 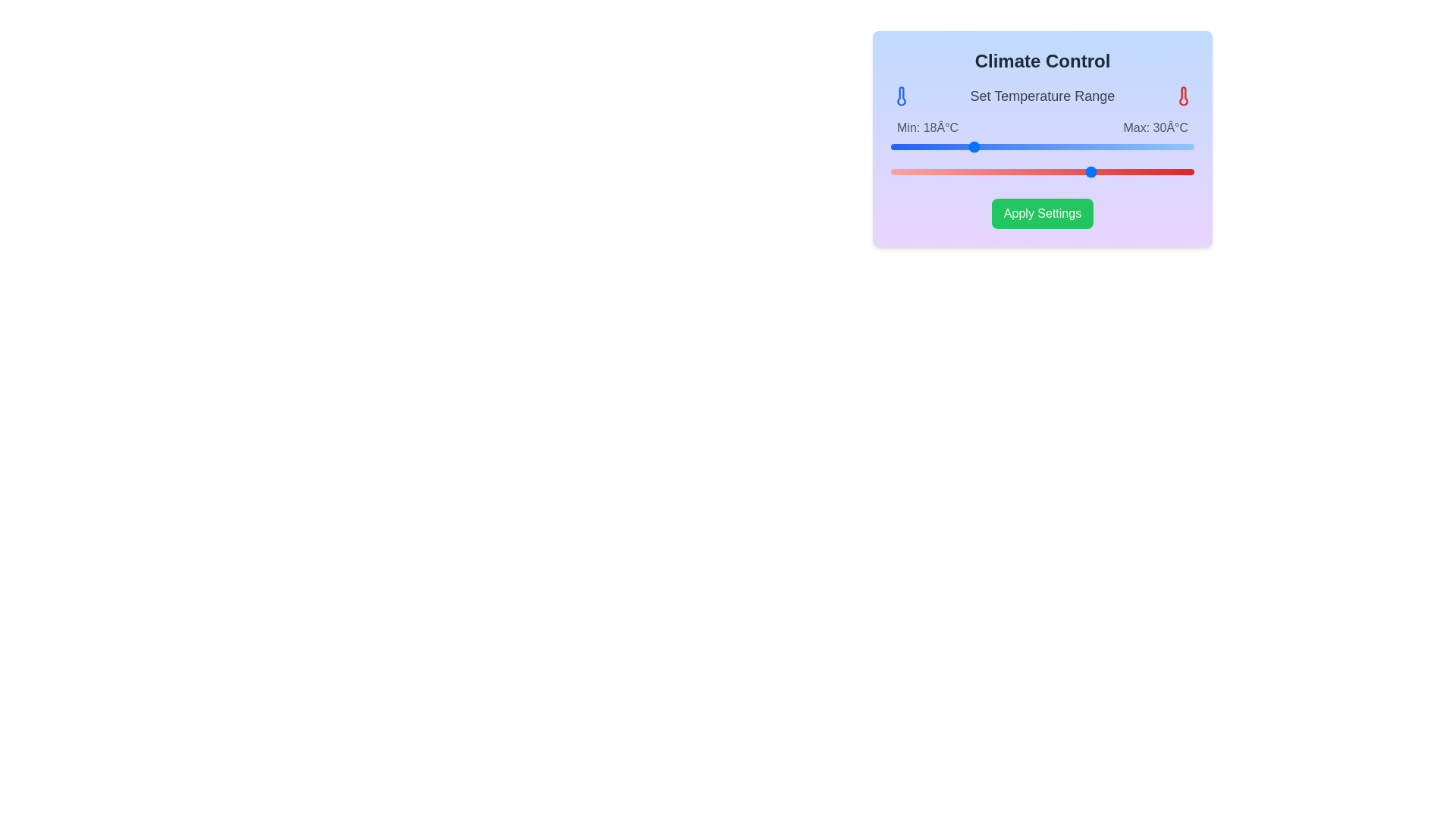 What do you see at coordinates (1002, 146) in the screenshot?
I see `the left slider to set the minimum temperature to 21°C` at bounding box center [1002, 146].